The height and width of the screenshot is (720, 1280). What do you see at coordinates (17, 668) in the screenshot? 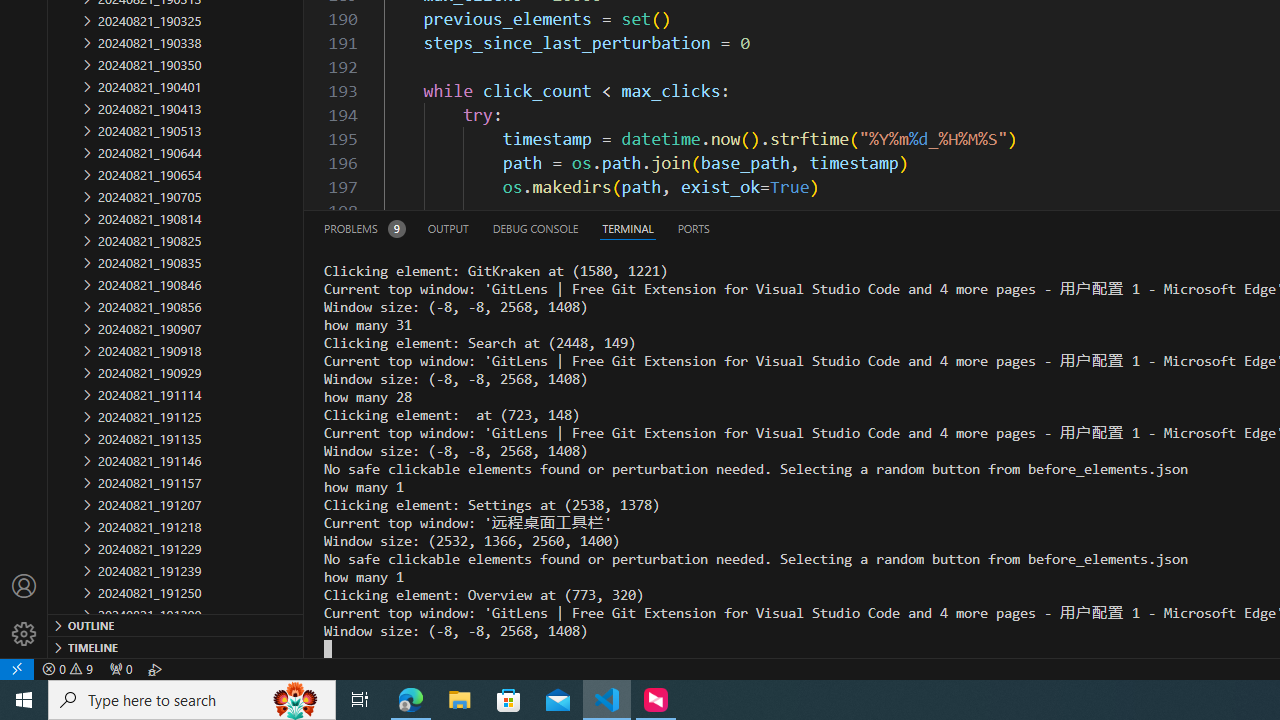
I see `'remote'` at bounding box center [17, 668].